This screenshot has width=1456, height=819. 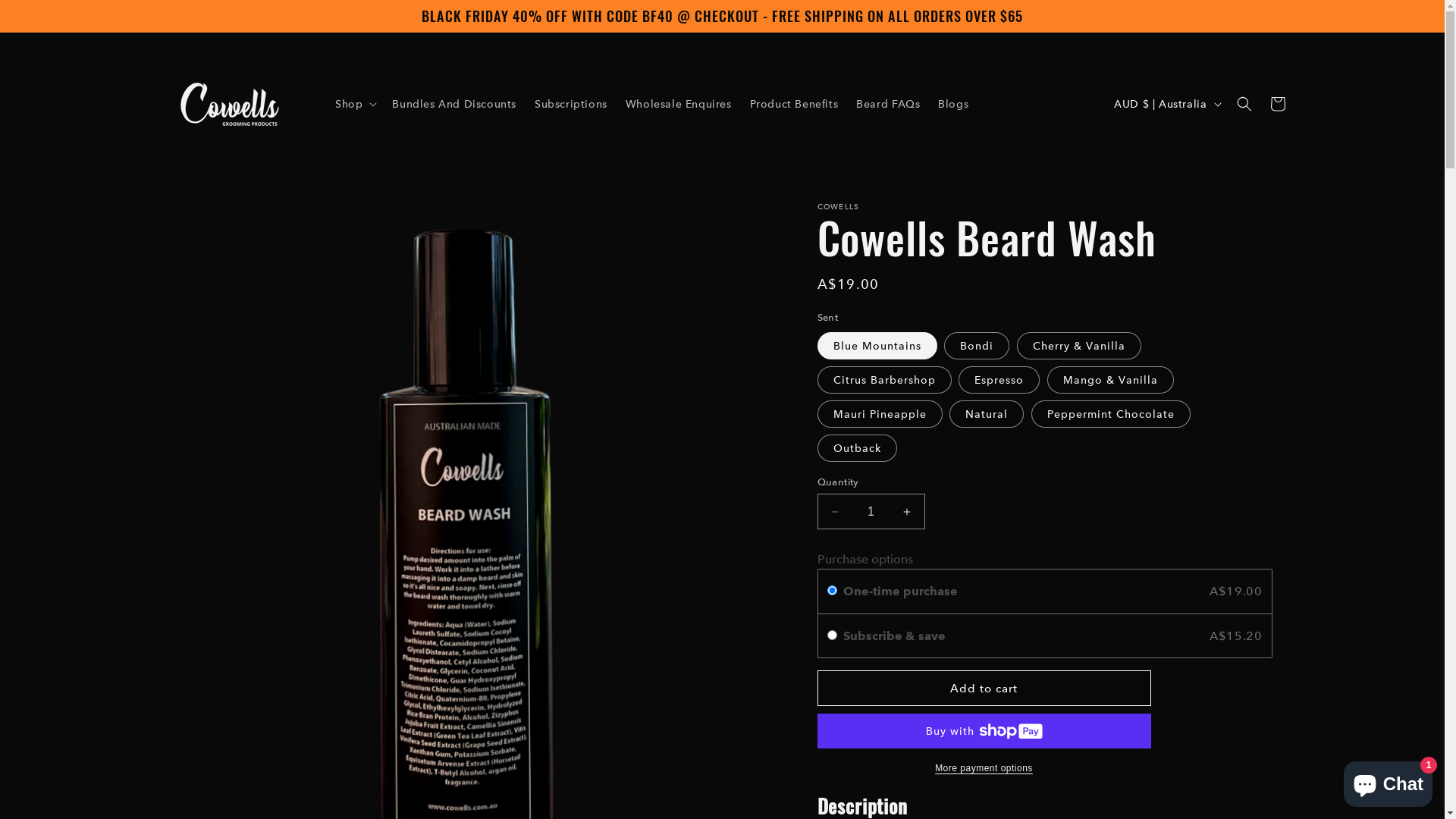 I want to click on 'Shopify online store chat', so click(x=1388, y=780).